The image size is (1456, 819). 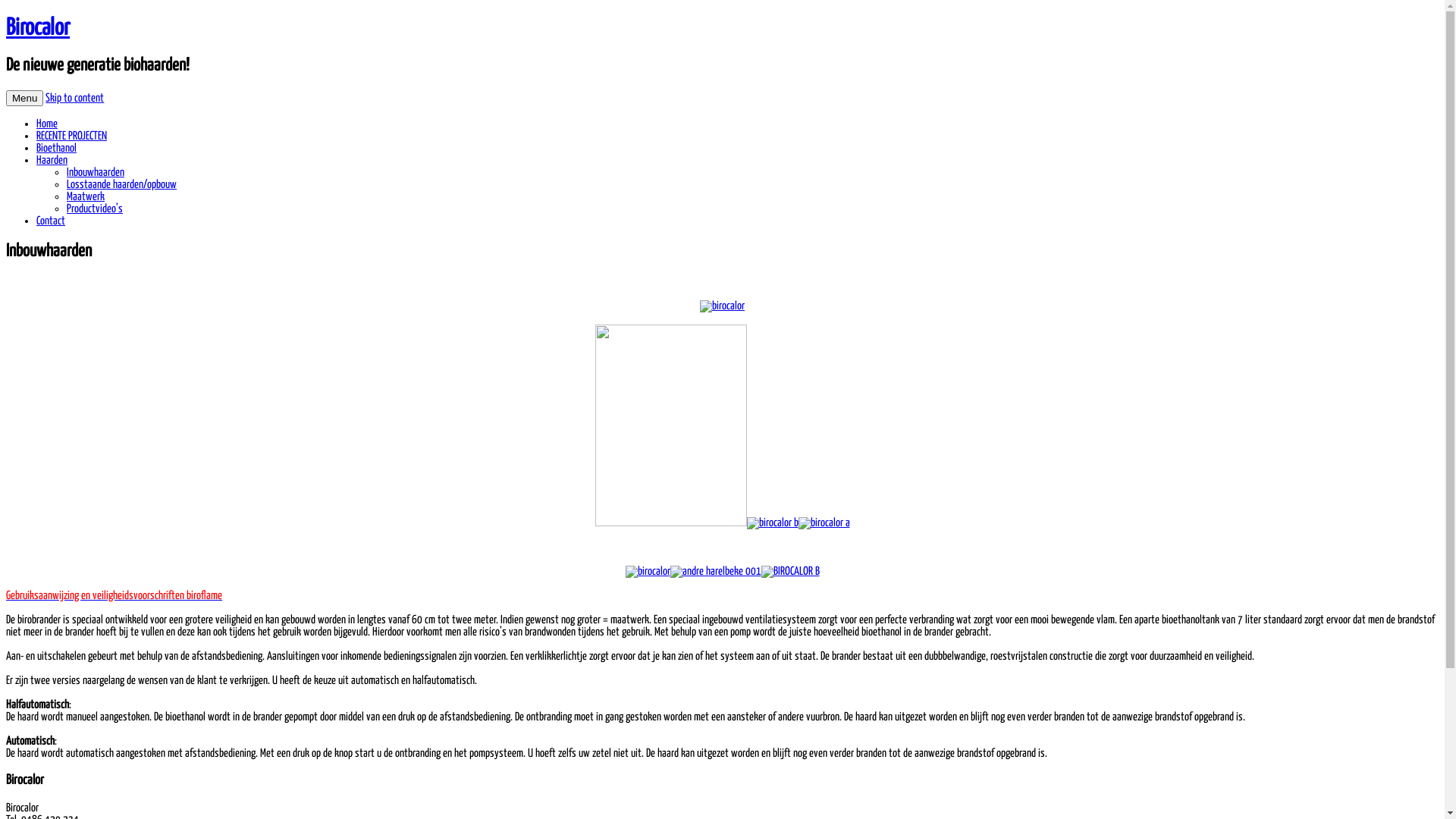 What do you see at coordinates (56, 148) in the screenshot?
I see `'Bioethanol'` at bounding box center [56, 148].